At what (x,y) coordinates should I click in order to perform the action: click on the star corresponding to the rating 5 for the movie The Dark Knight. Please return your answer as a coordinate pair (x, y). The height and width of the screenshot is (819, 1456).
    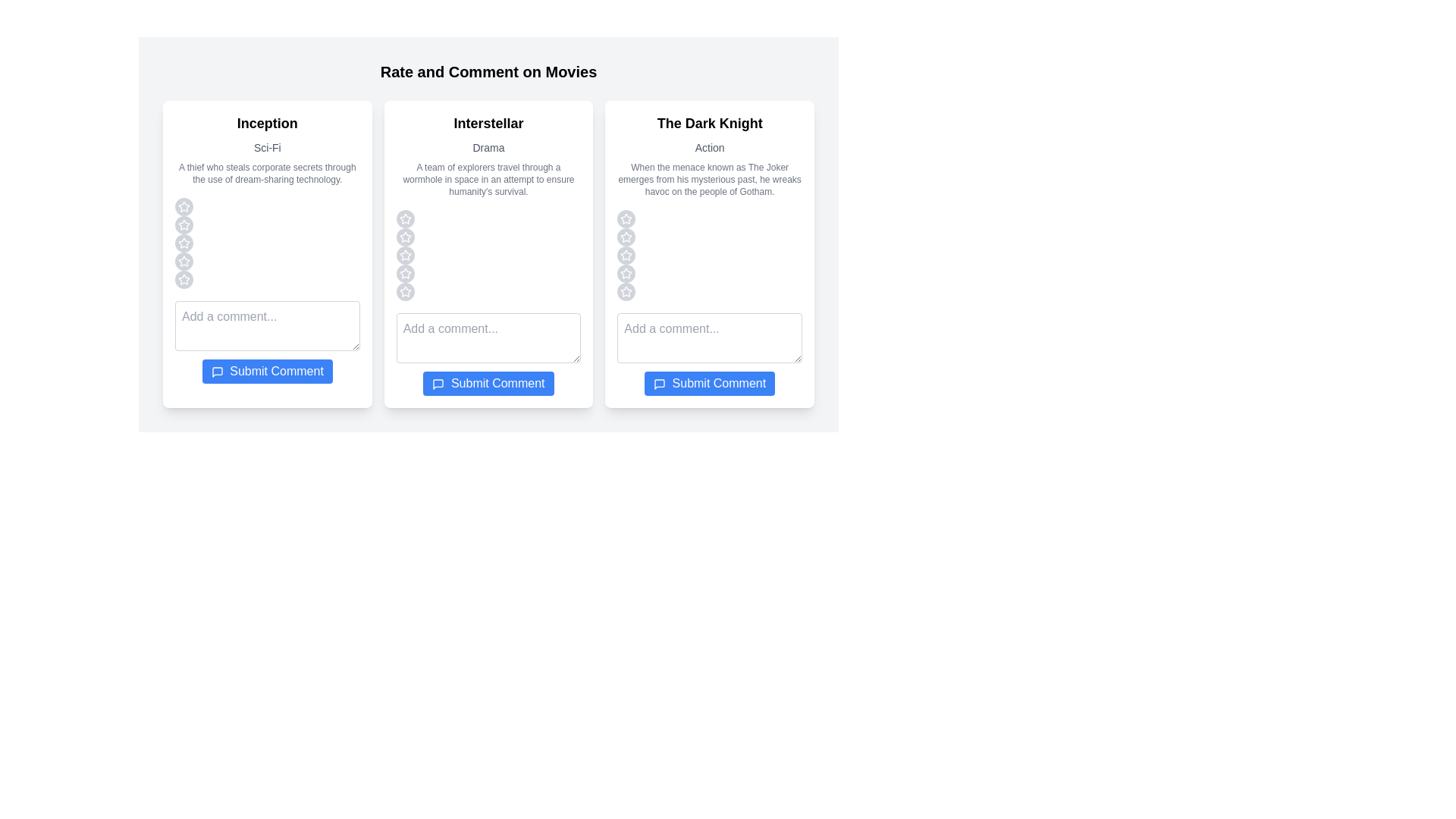
    Looking at the image, I should click on (626, 292).